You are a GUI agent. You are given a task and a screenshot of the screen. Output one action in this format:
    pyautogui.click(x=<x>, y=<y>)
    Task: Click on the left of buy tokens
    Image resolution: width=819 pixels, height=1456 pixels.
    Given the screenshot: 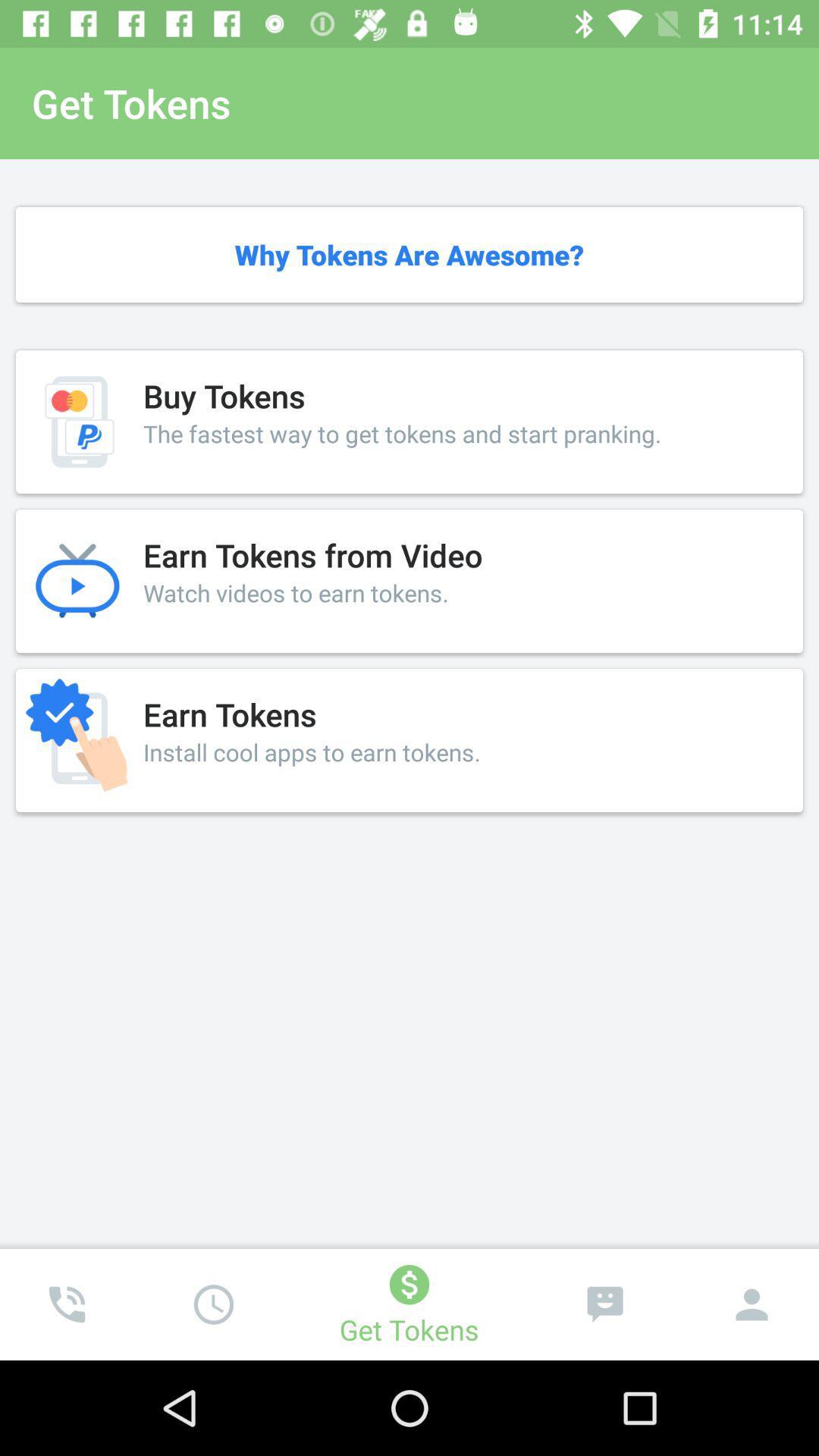 What is the action you would take?
    pyautogui.click(x=79, y=422)
    